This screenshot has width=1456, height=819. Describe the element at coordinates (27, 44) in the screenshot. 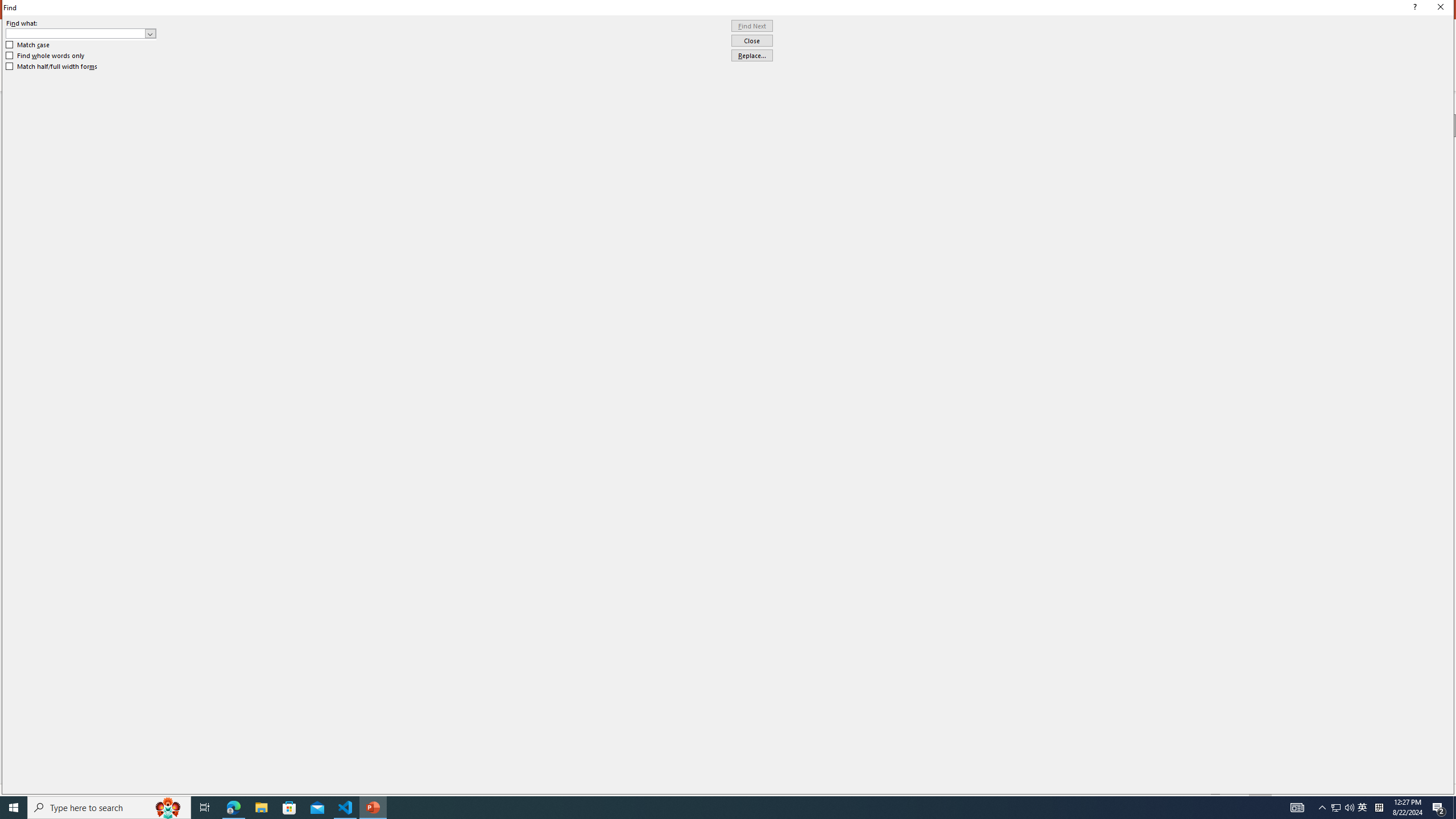

I see `'Match case'` at that location.